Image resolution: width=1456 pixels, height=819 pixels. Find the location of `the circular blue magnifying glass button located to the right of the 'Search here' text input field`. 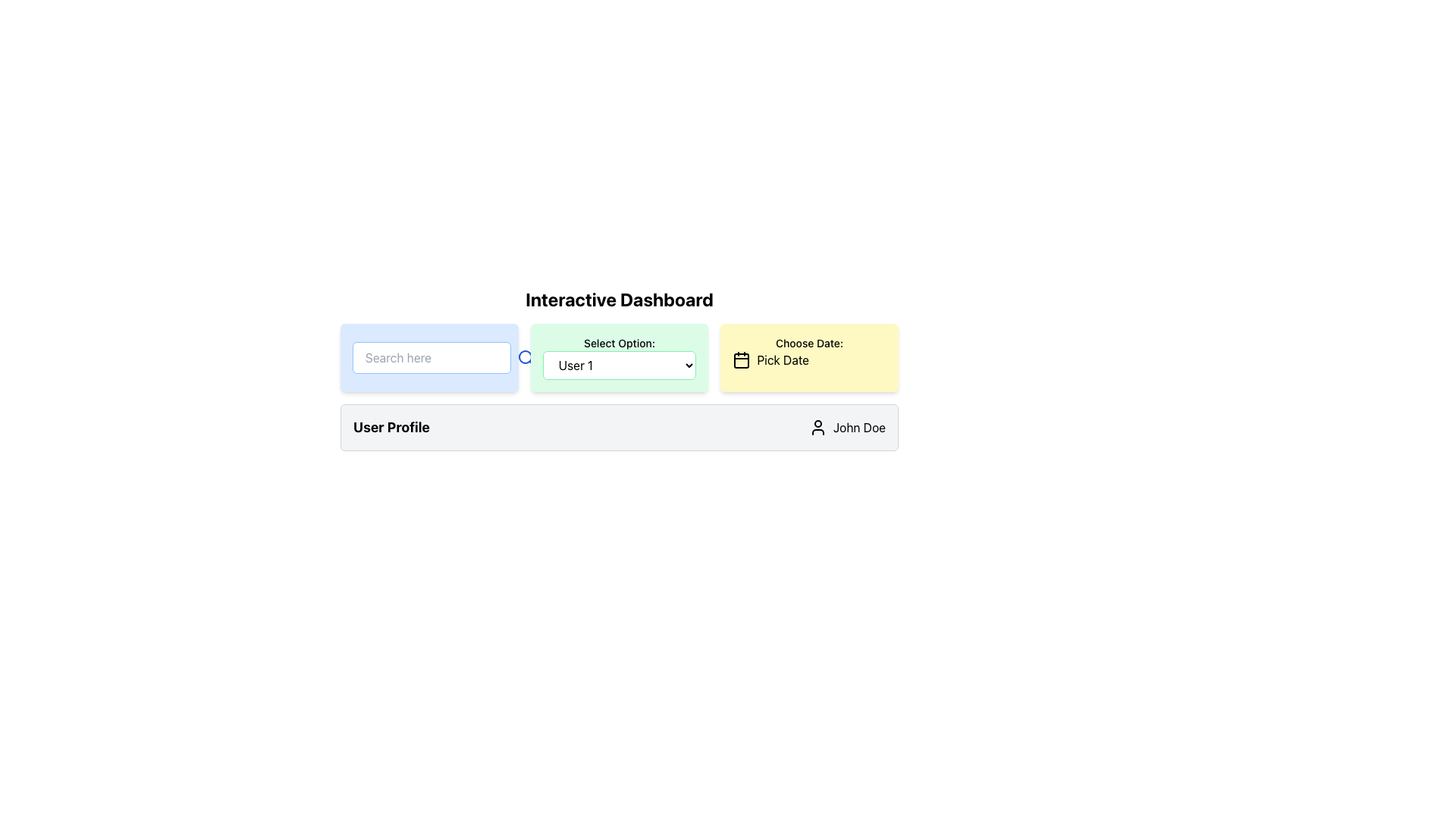

the circular blue magnifying glass button located to the right of the 'Search here' text input field is located at coordinates (526, 357).